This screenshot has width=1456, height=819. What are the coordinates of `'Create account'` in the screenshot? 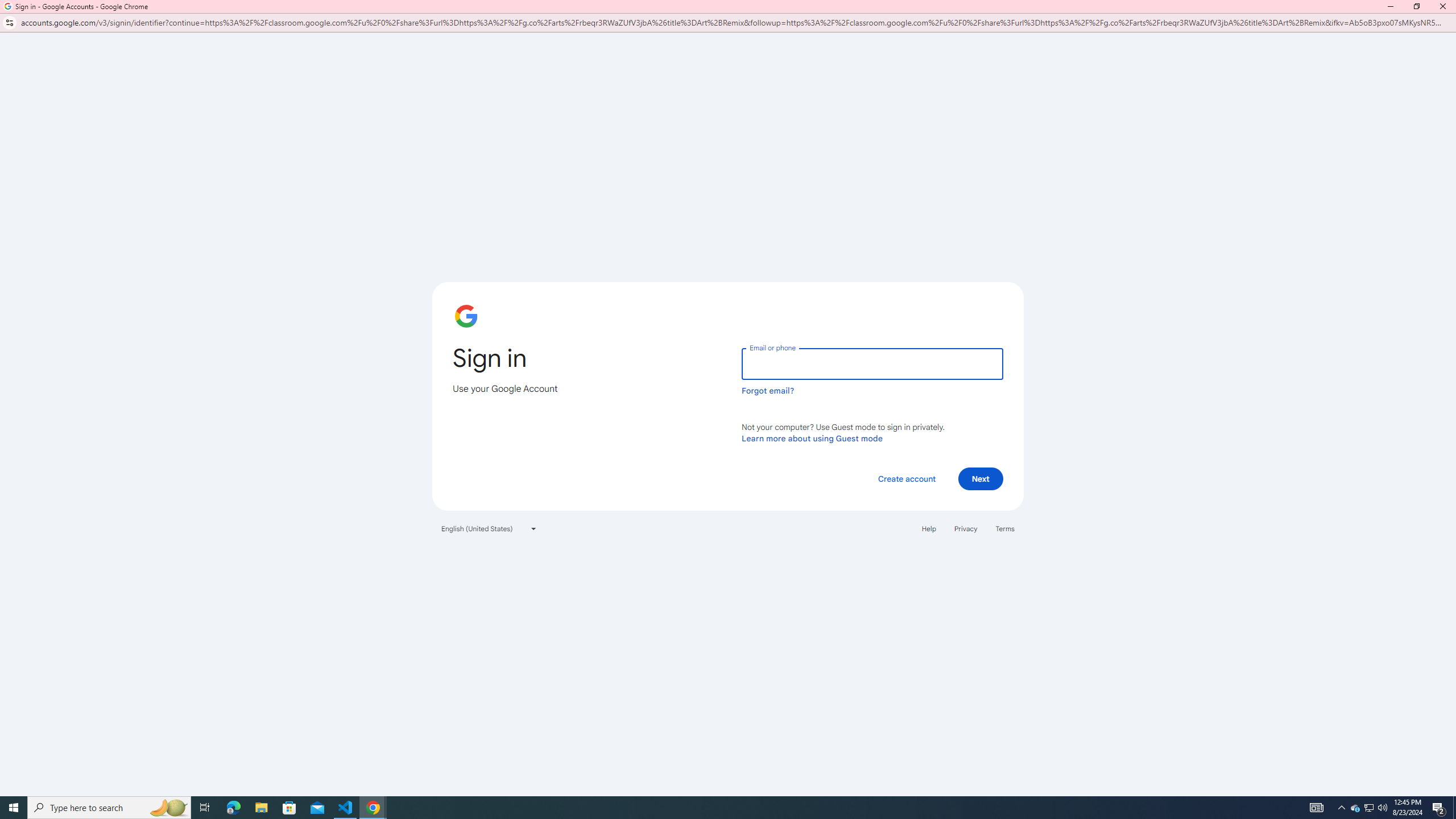 It's located at (906, 479).